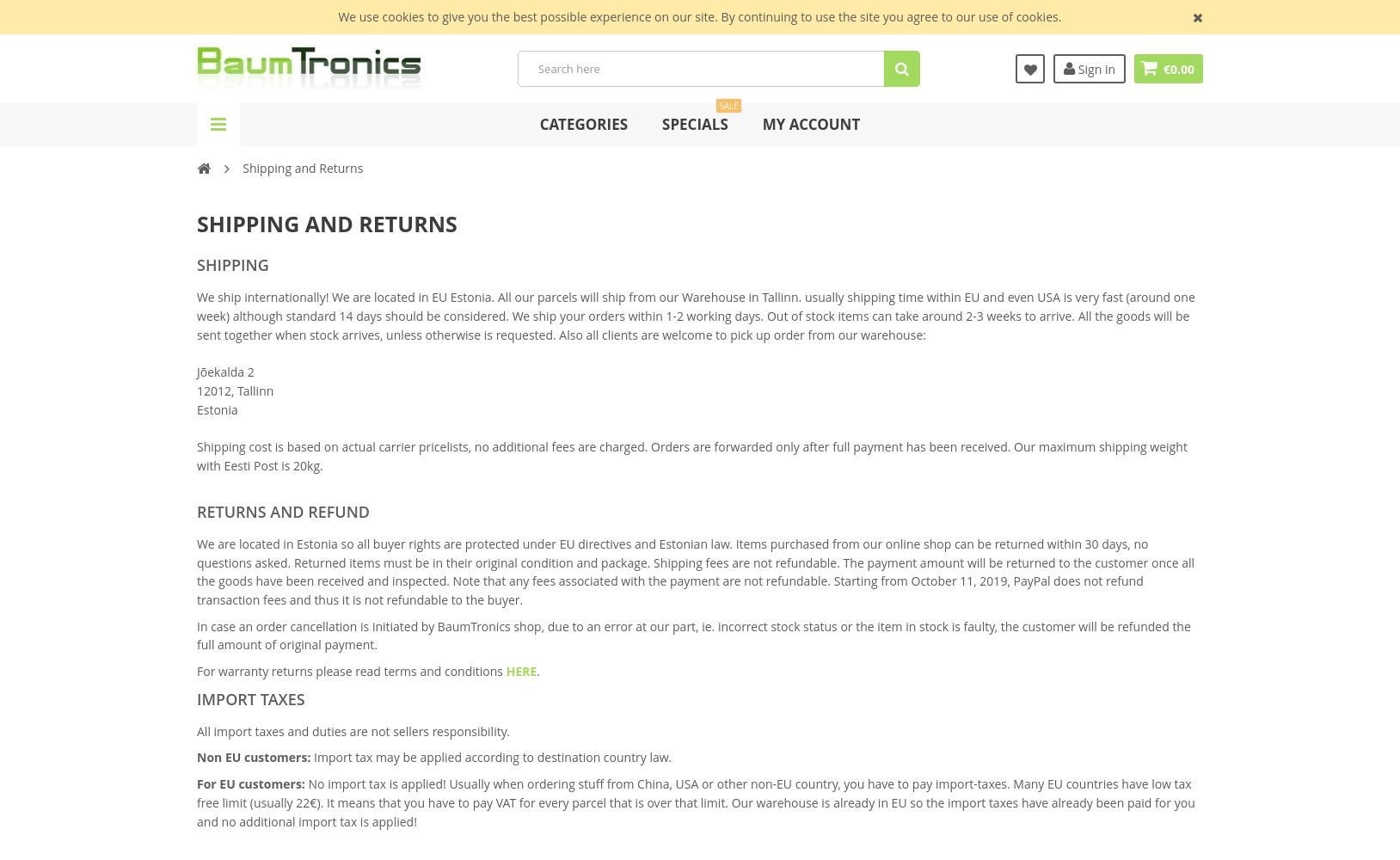  I want to click on 'We use cookies to give you the best possible experience on our site. By continuing to use the site you agree to our use of cookies.', so click(699, 16).